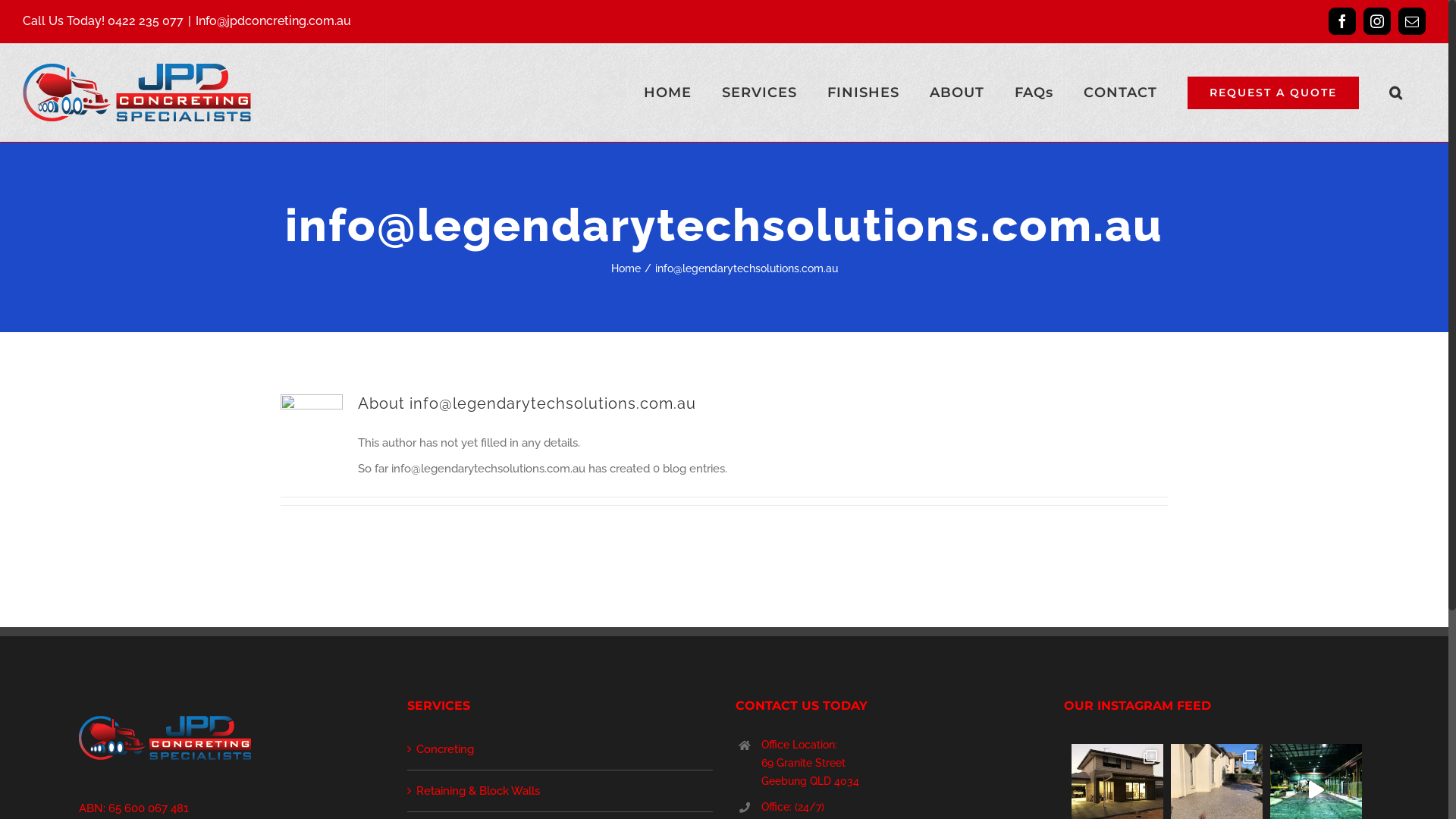 This screenshot has height=819, width=1456. Describe the element at coordinates (560, 748) in the screenshot. I see `'Concreting'` at that location.